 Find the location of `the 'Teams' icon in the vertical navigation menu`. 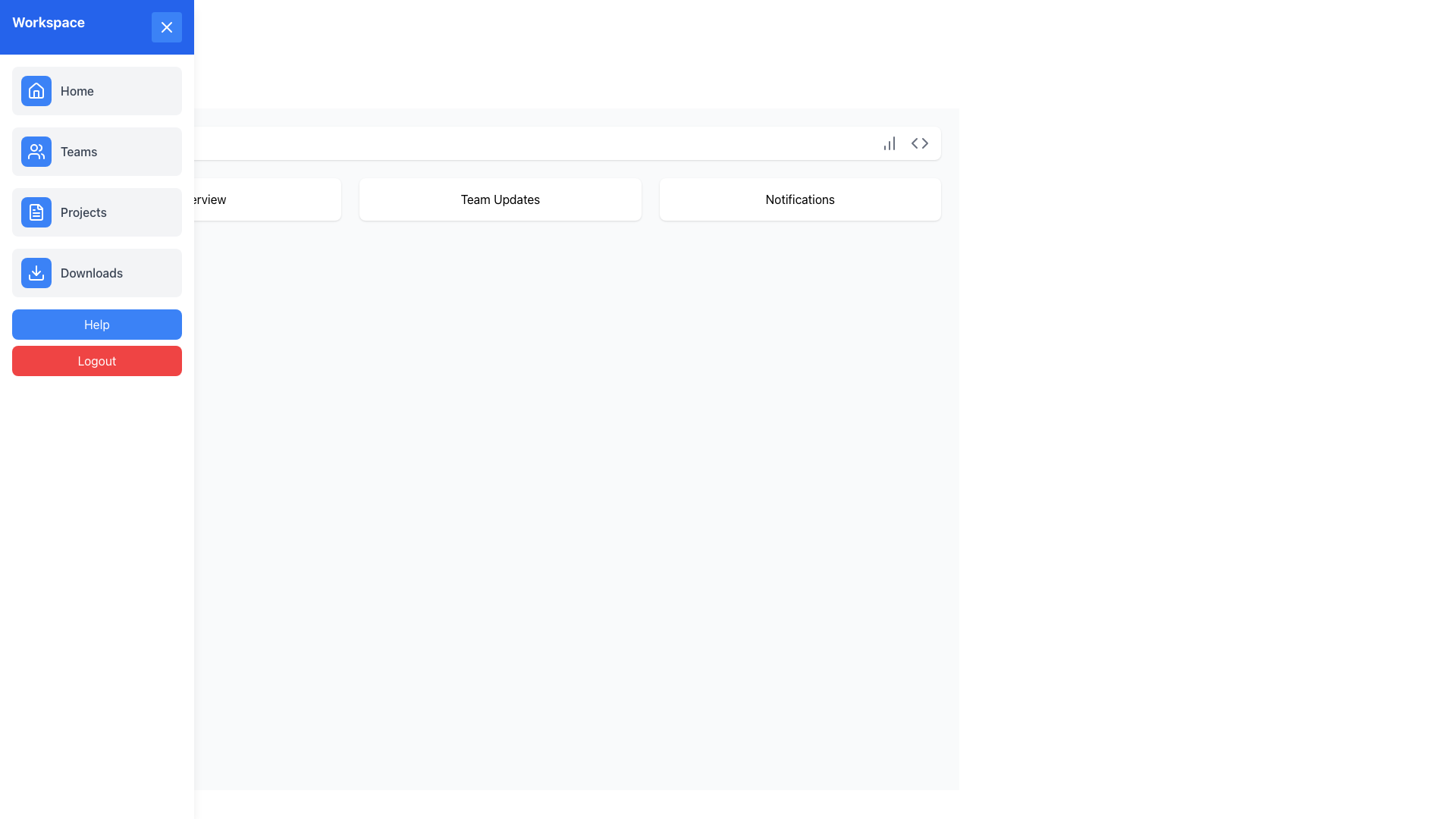

the 'Teams' icon in the vertical navigation menu is located at coordinates (36, 152).